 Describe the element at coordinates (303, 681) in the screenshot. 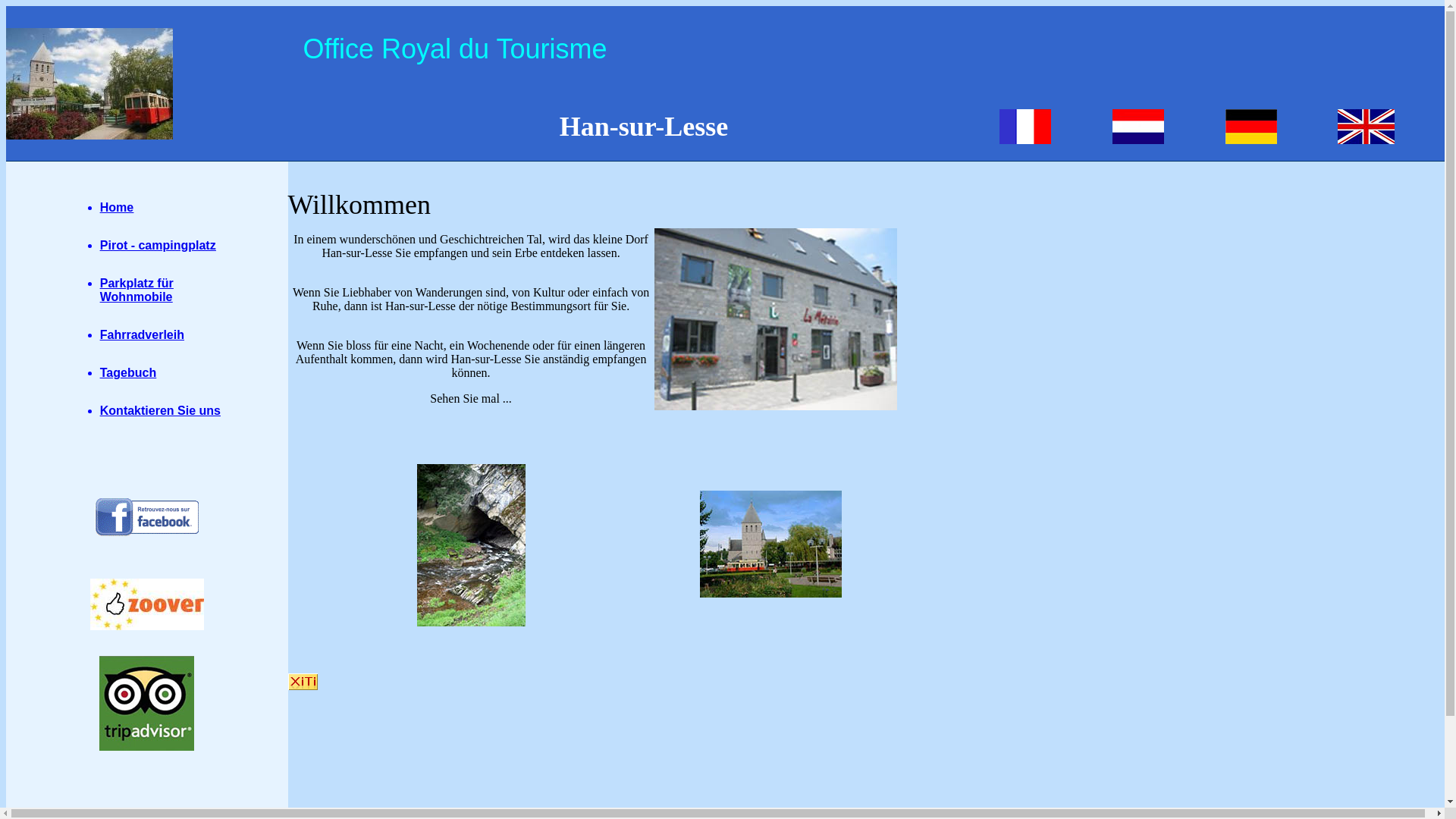

I see `'Internet Audience'` at that location.